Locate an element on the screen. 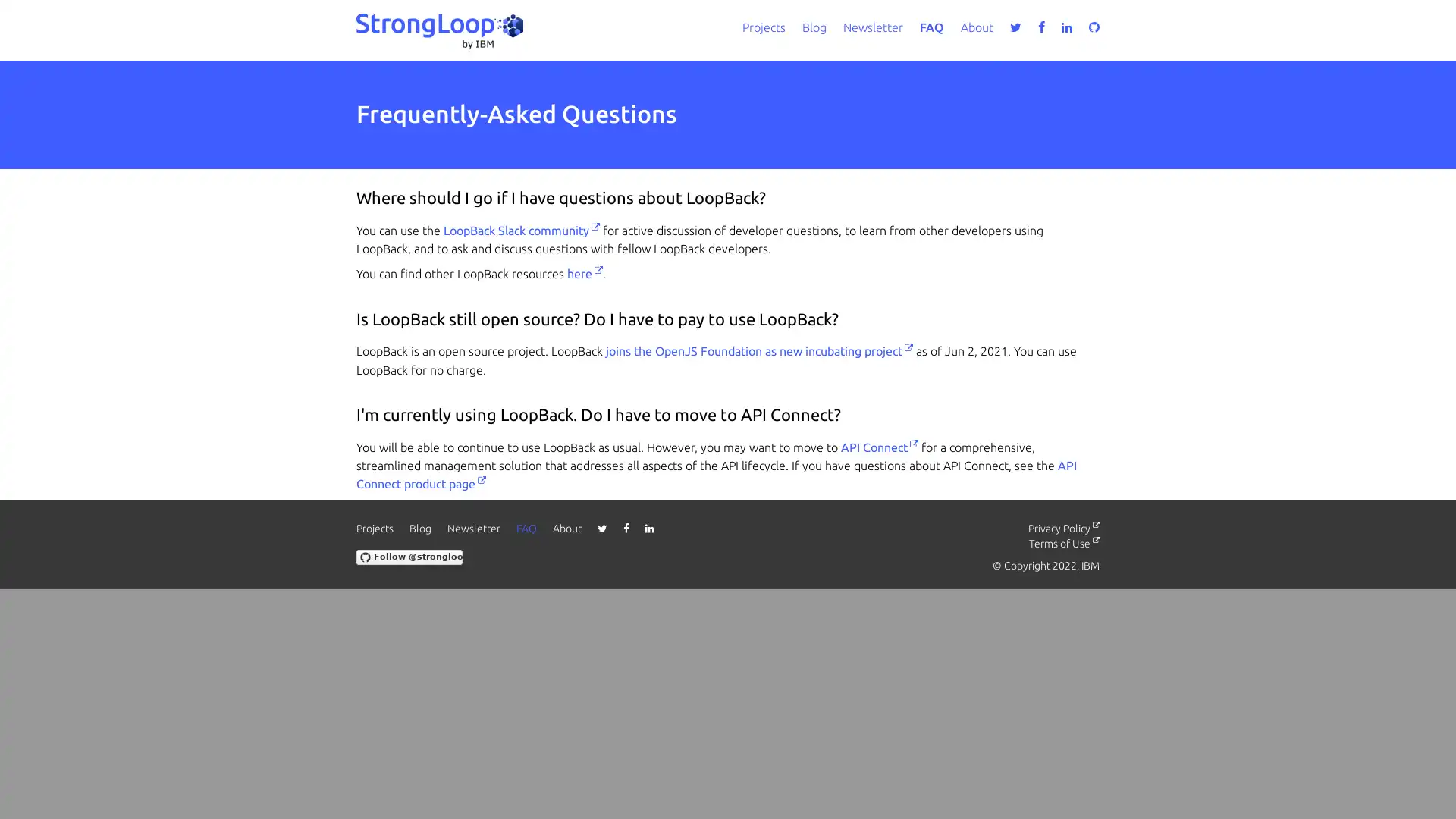 Image resolution: width=1456 pixels, height=819 pixels. Accept all is located at coordinates (1333, 714).